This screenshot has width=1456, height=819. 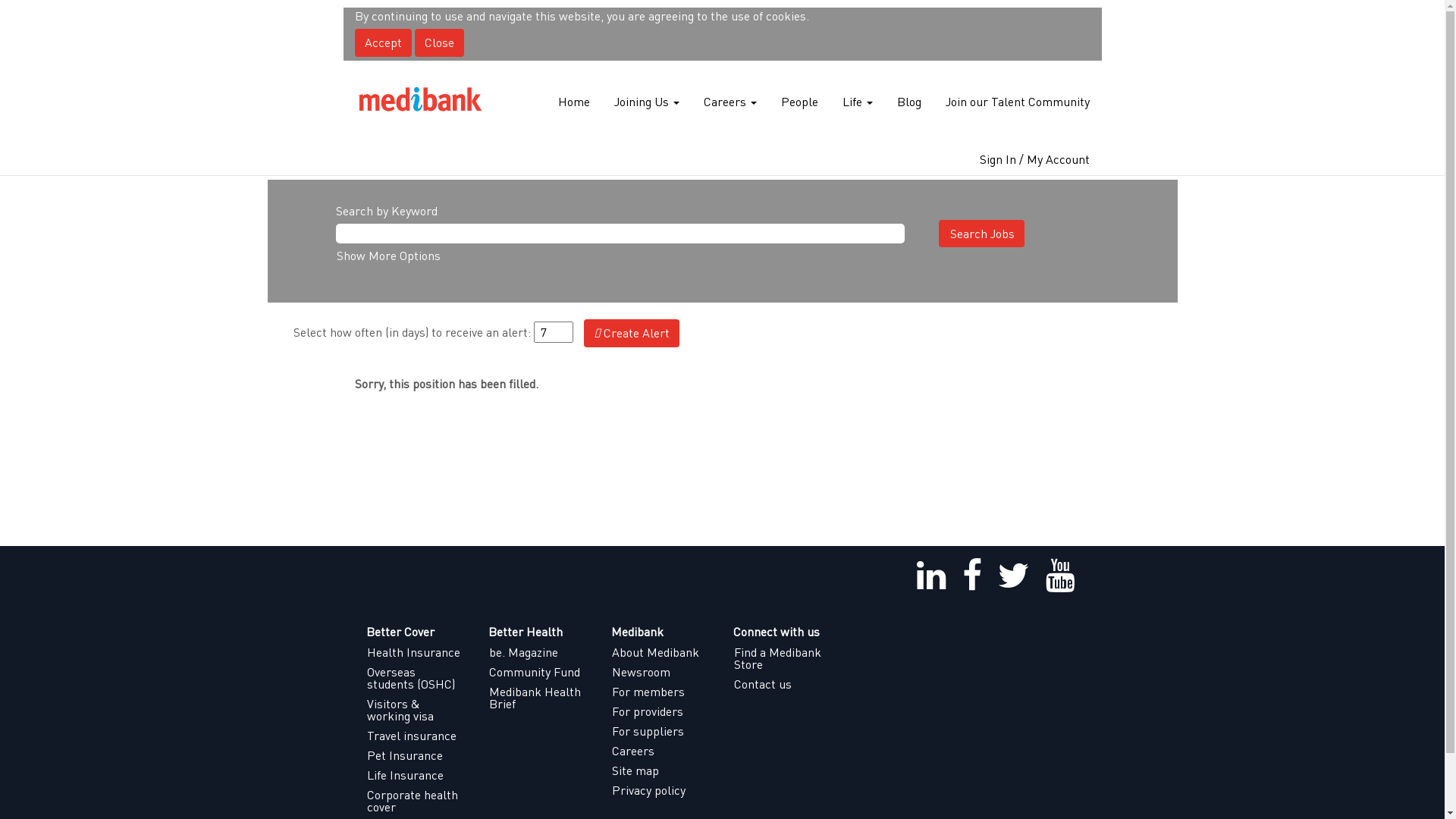 I want to click on 'Visitors & working visa', so click(x=365, y=710).